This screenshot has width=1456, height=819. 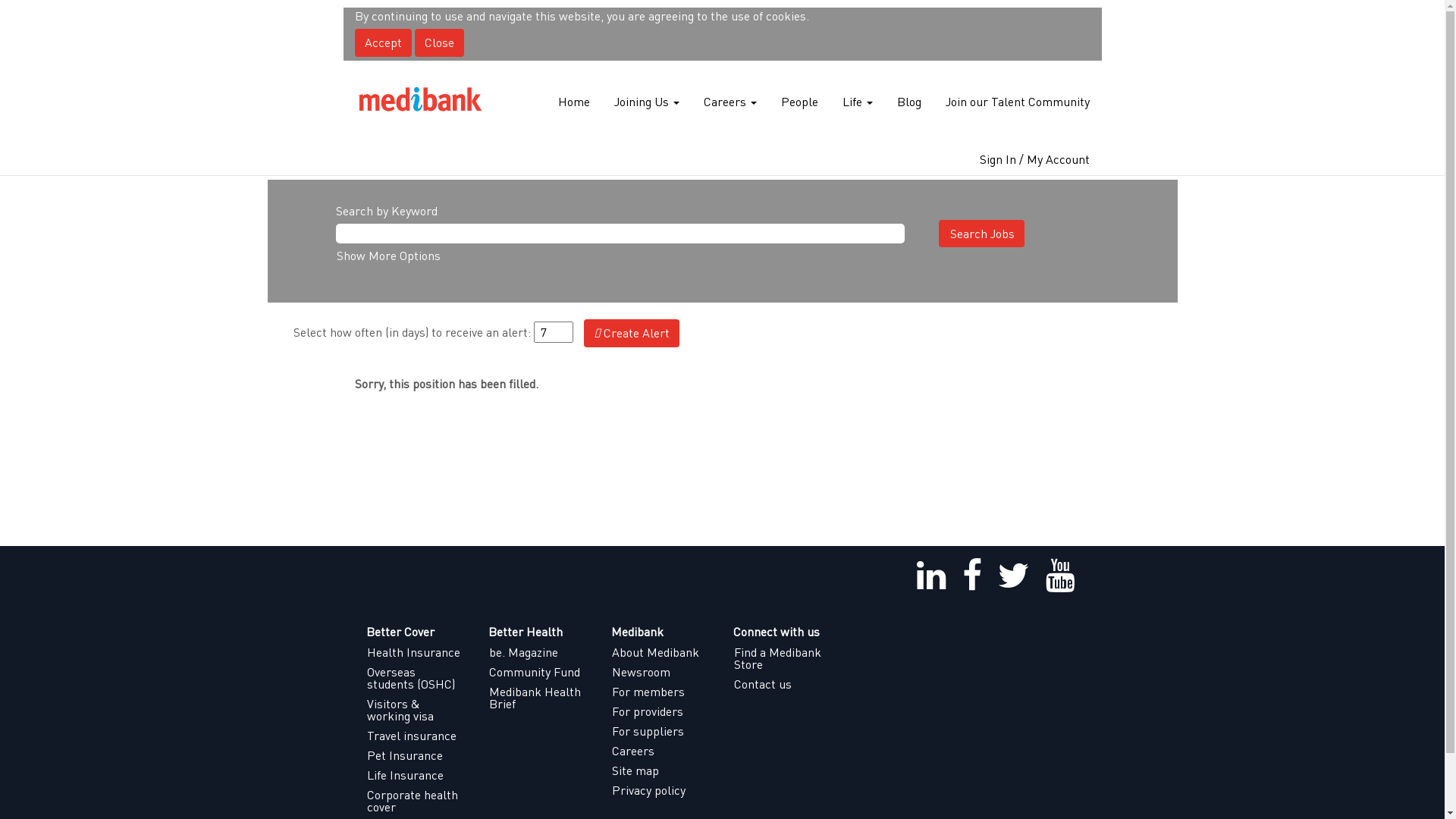 I want to click on 'Visitors & working visa', so click(x=365, y=710).